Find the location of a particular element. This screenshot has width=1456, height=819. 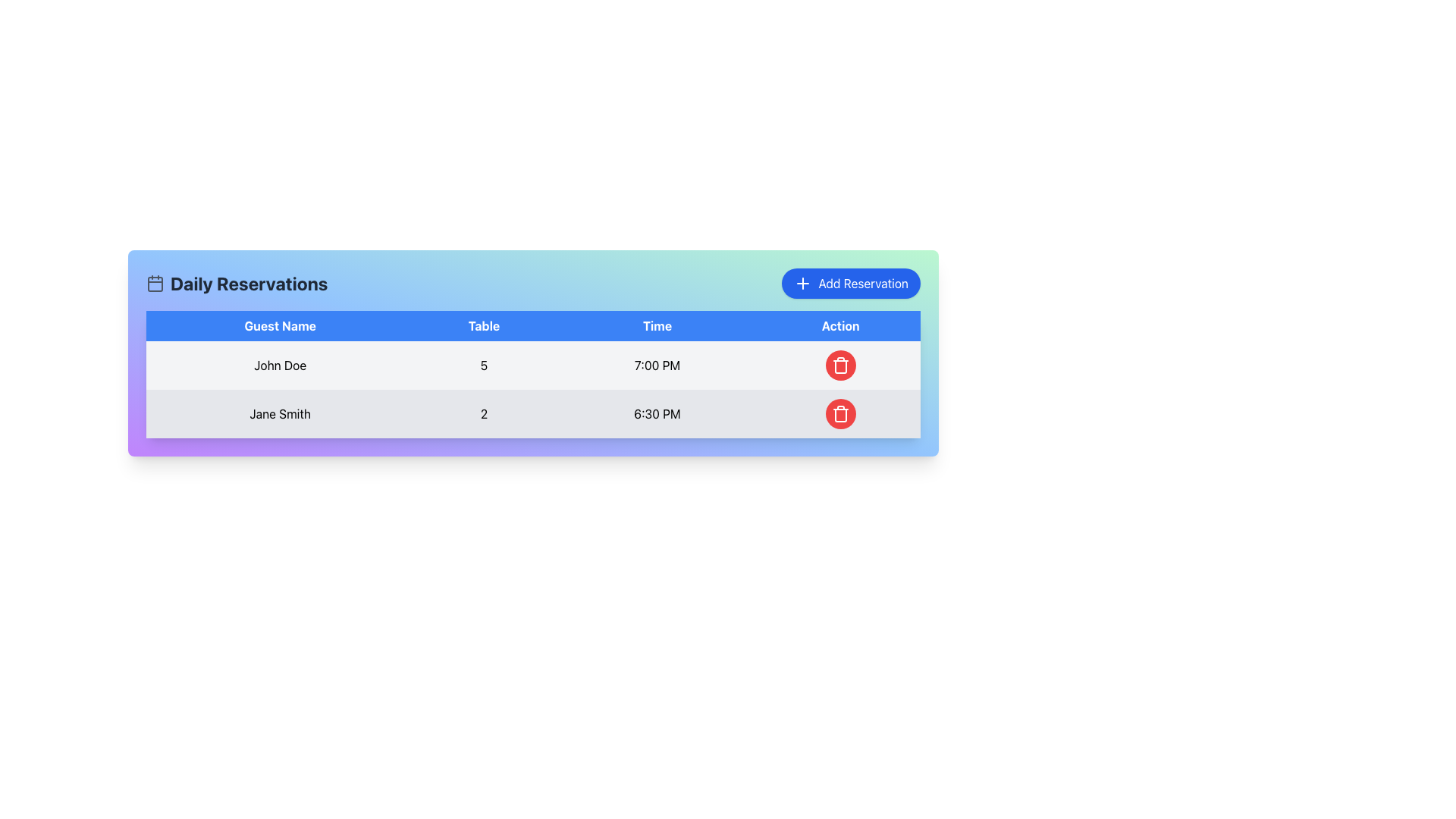

the table cell displaying 'John Doe', which is located in the first column of the first row under the header 'Guest Name' in the 'Daily Reservations' table is located at coordinates (280, 366).